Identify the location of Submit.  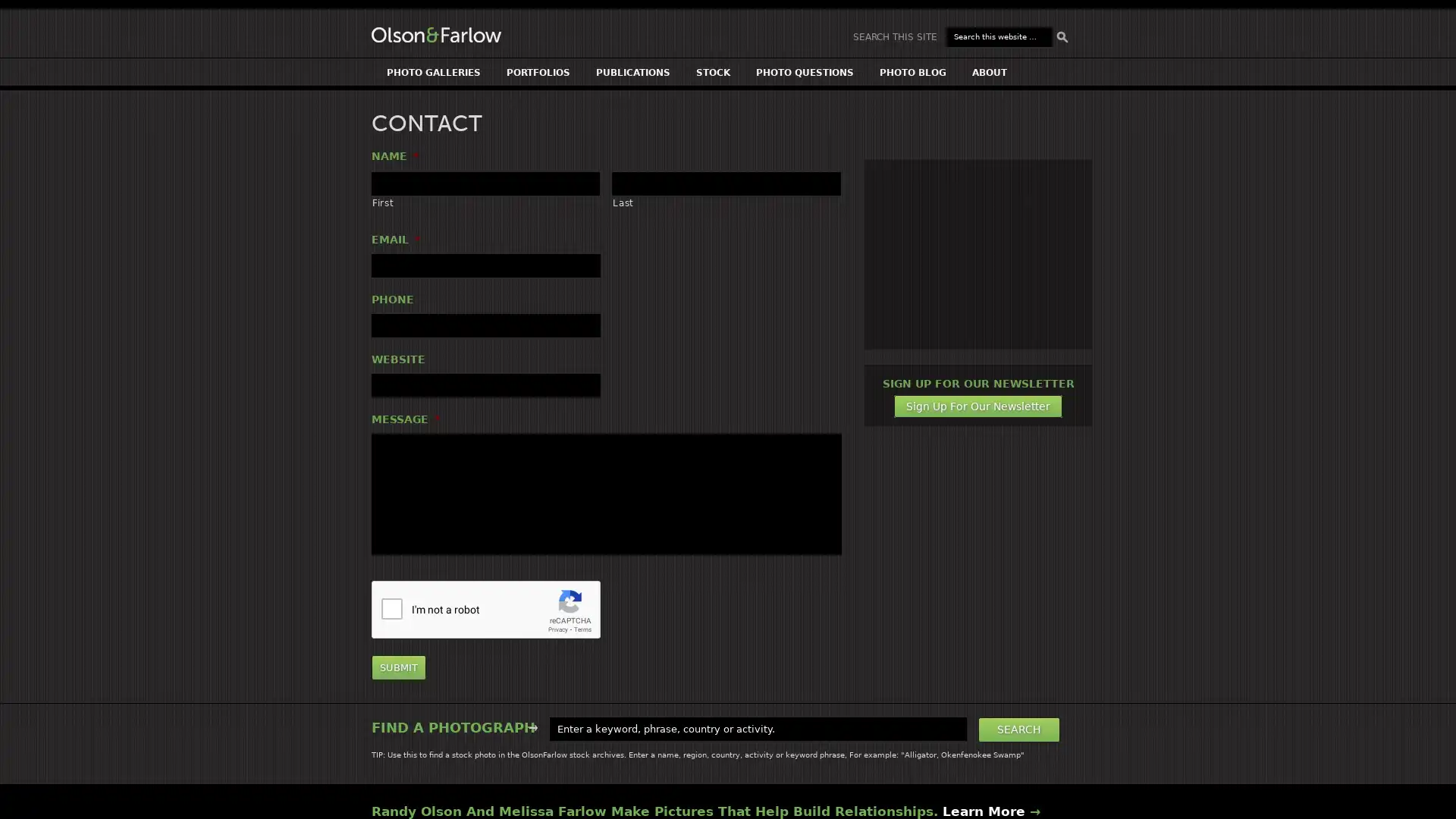
(399, 667).